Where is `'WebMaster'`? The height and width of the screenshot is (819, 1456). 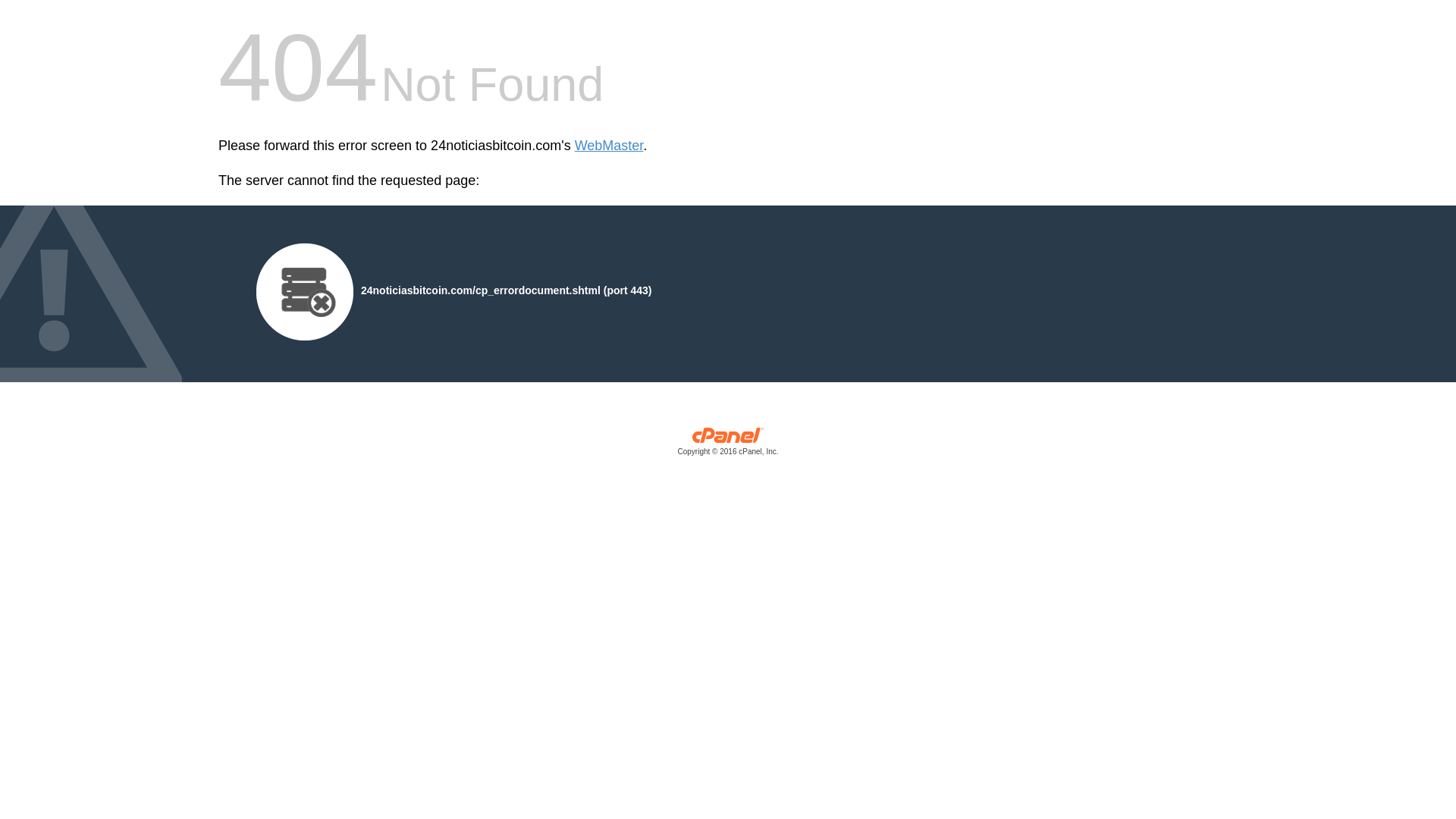 'WebMaster' is located at coordinates (609, 146).